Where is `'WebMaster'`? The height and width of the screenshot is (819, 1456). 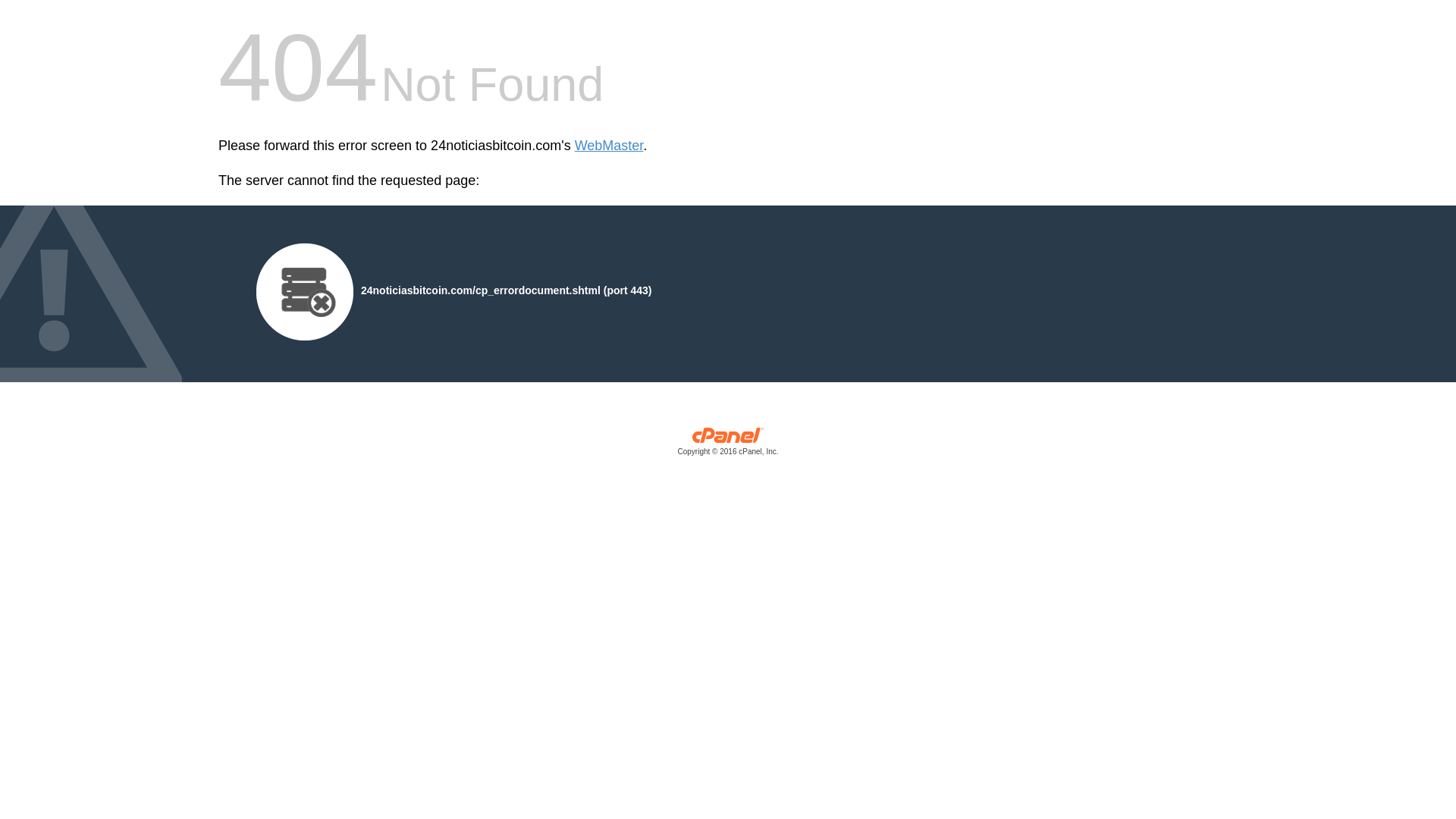 'WebMaster' is located at coordinates (609, 146).